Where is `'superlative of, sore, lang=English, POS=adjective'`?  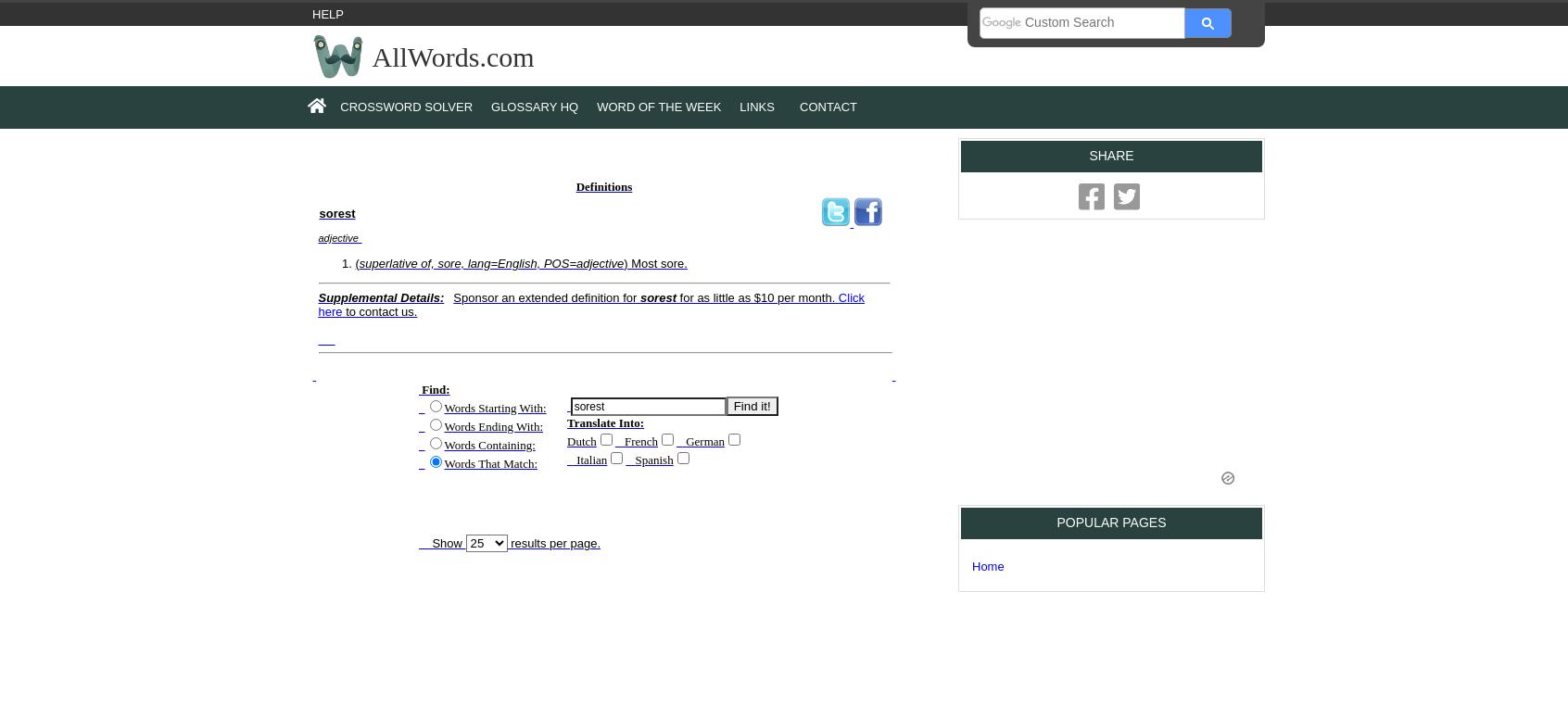
'superlative of, sore, lang=English, POS=adjective' is located at coordinates (490, 263).